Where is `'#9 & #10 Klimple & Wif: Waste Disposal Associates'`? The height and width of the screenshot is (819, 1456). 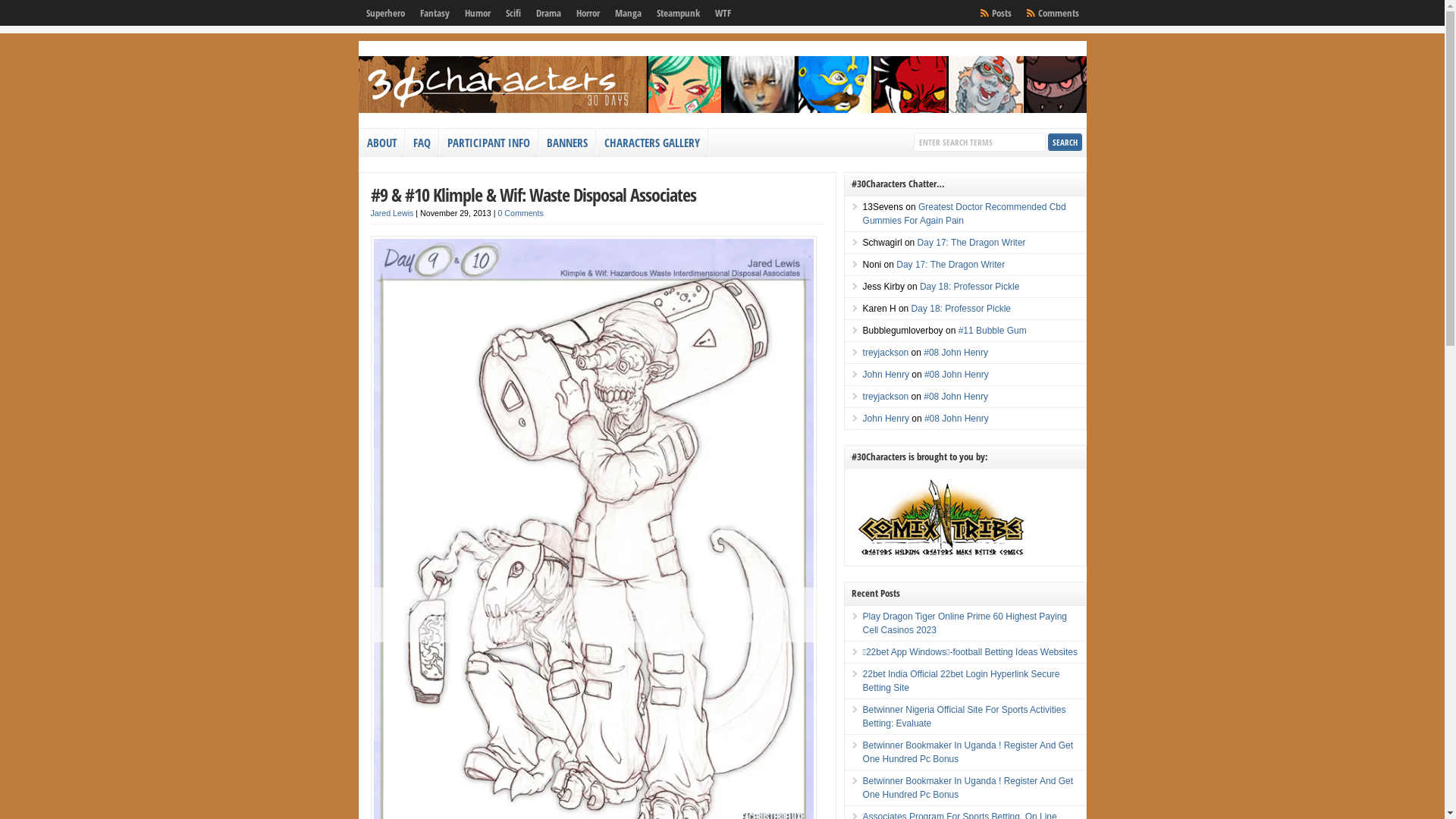 '#9 & #10 Klimple & Wif: Waste Disposal Associates' is located at coordinates (532, 193).